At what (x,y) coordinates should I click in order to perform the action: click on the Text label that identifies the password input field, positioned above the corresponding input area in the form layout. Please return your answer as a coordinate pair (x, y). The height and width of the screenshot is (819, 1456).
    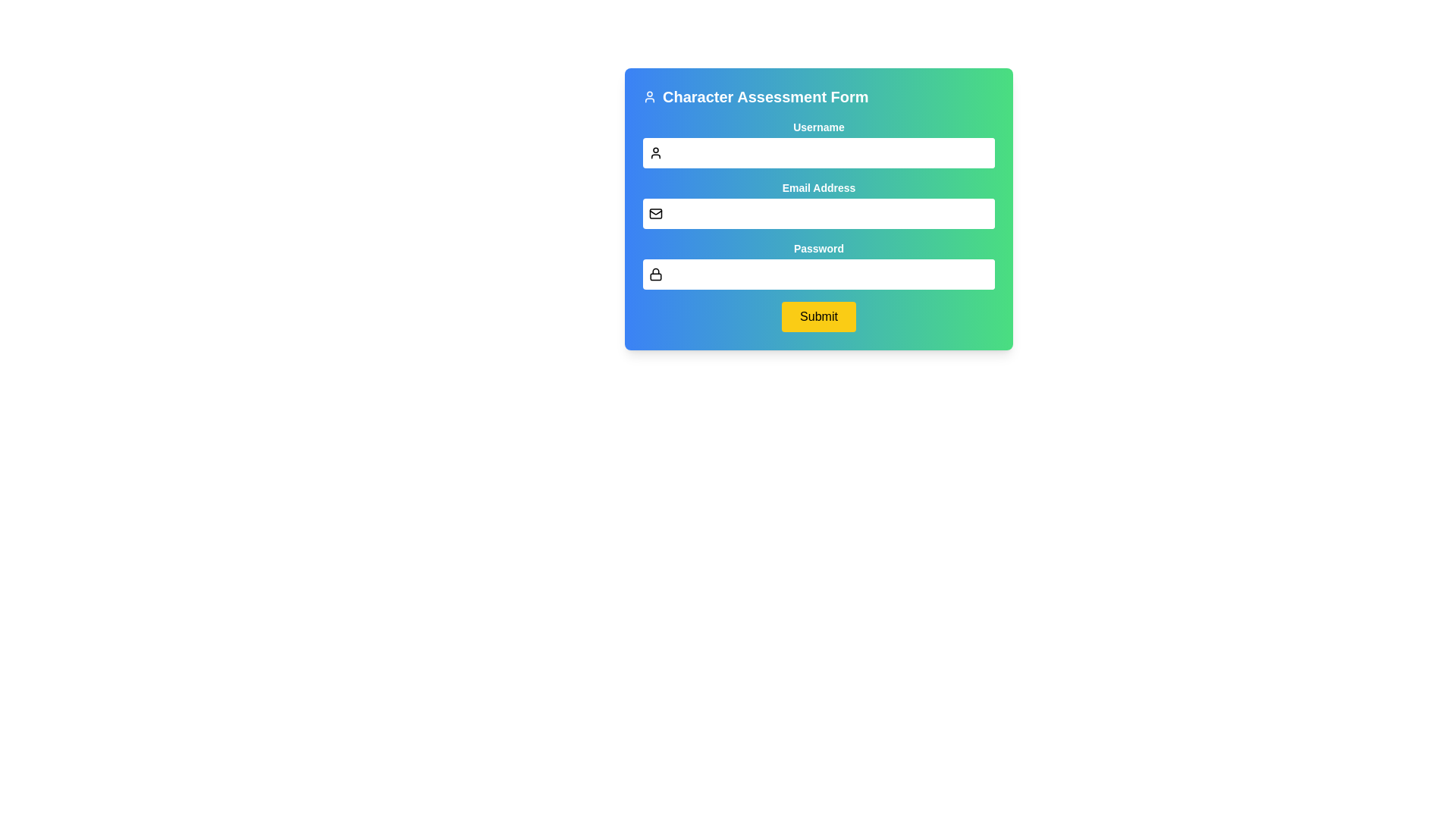
    Looking at the image, I should click on (818, 247).